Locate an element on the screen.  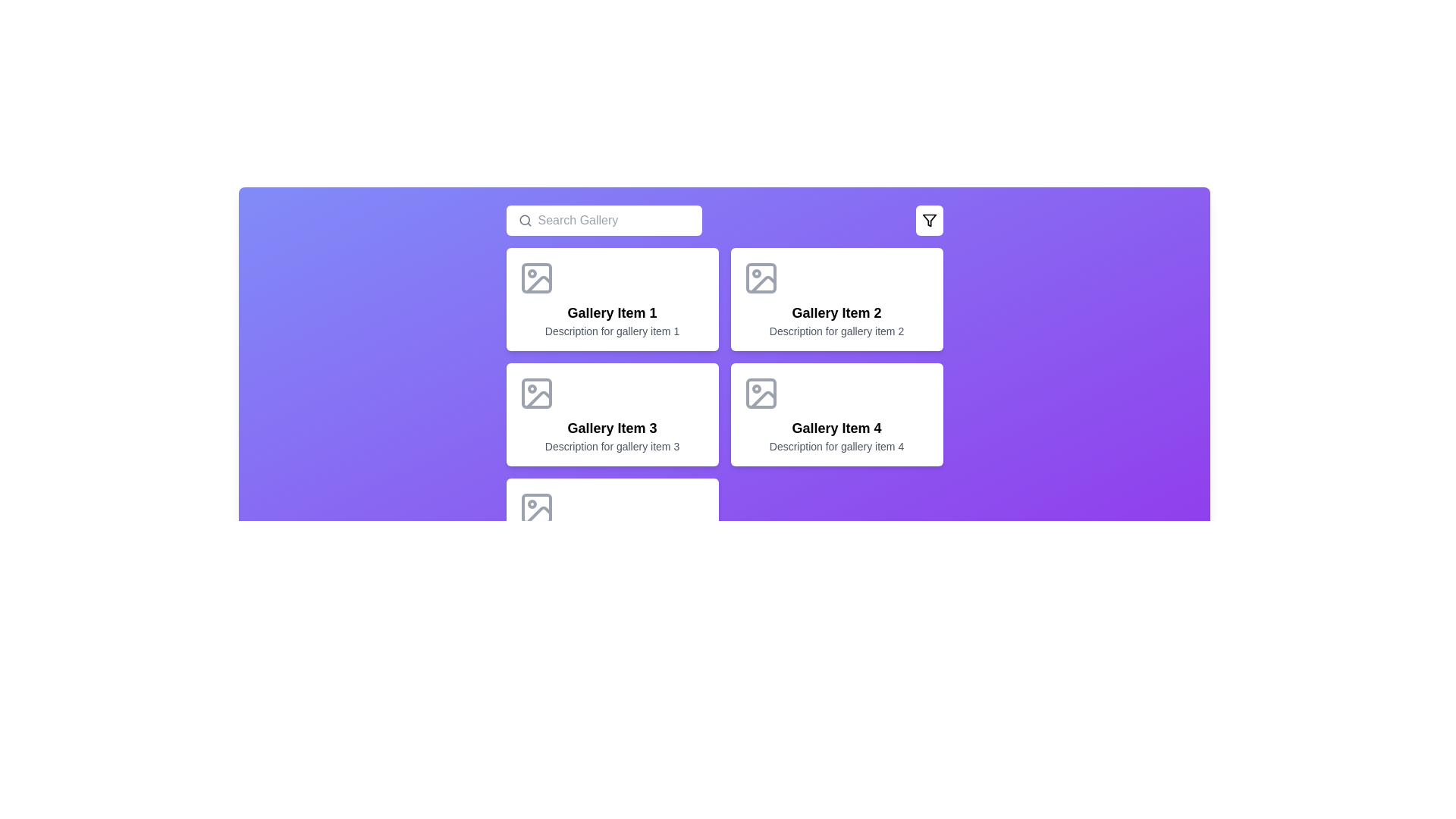
the filter icon button, which is a funnel-shaped icon located in the top-right area of the interactive purple section of the UI, to filter items is located at coordinates (928, 220).